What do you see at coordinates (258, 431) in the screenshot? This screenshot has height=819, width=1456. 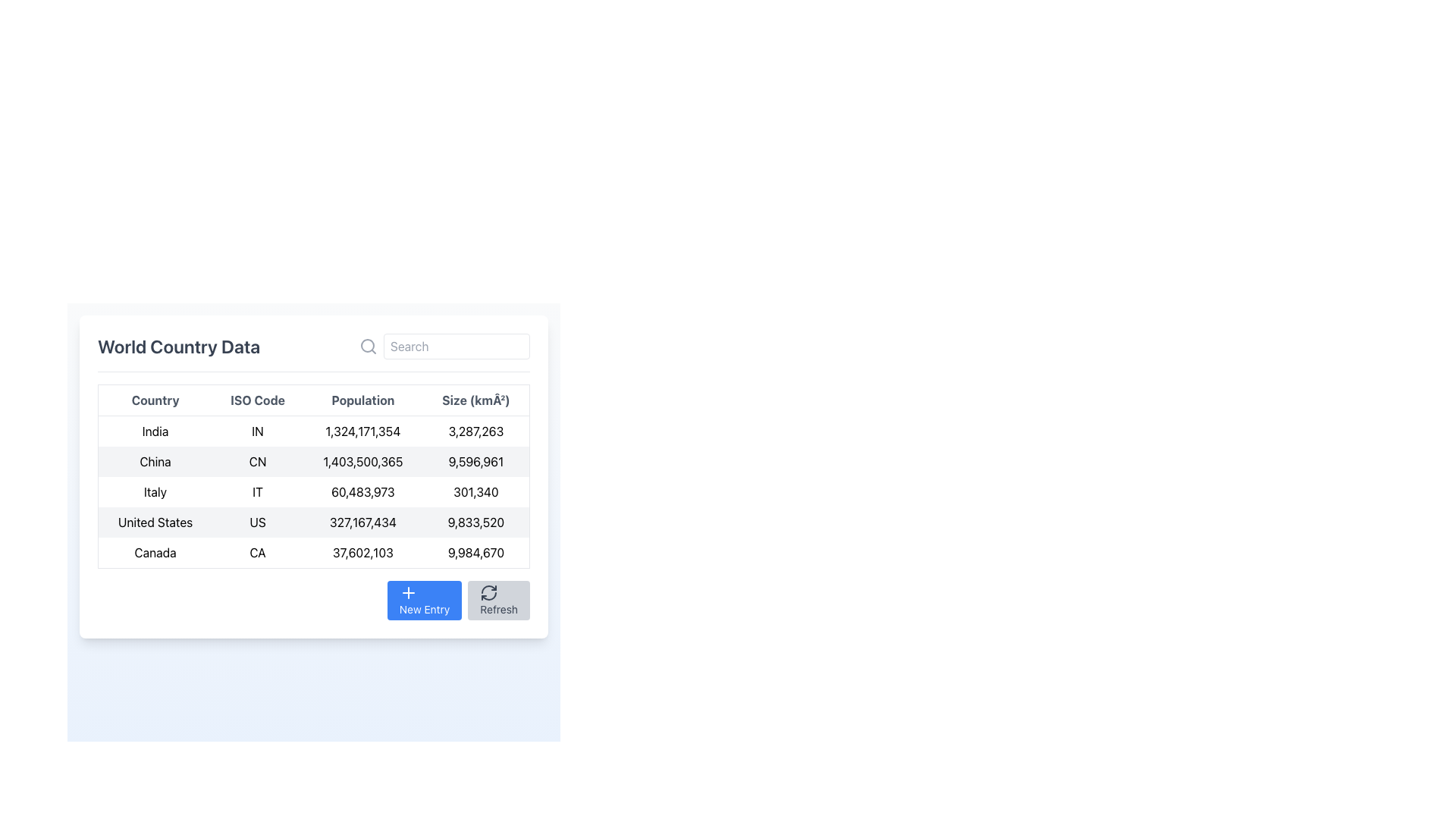 I see `the static text displaying the ISO code for India, located in the second column of the table row associated with 'India'` at bounding box center [258, 431].